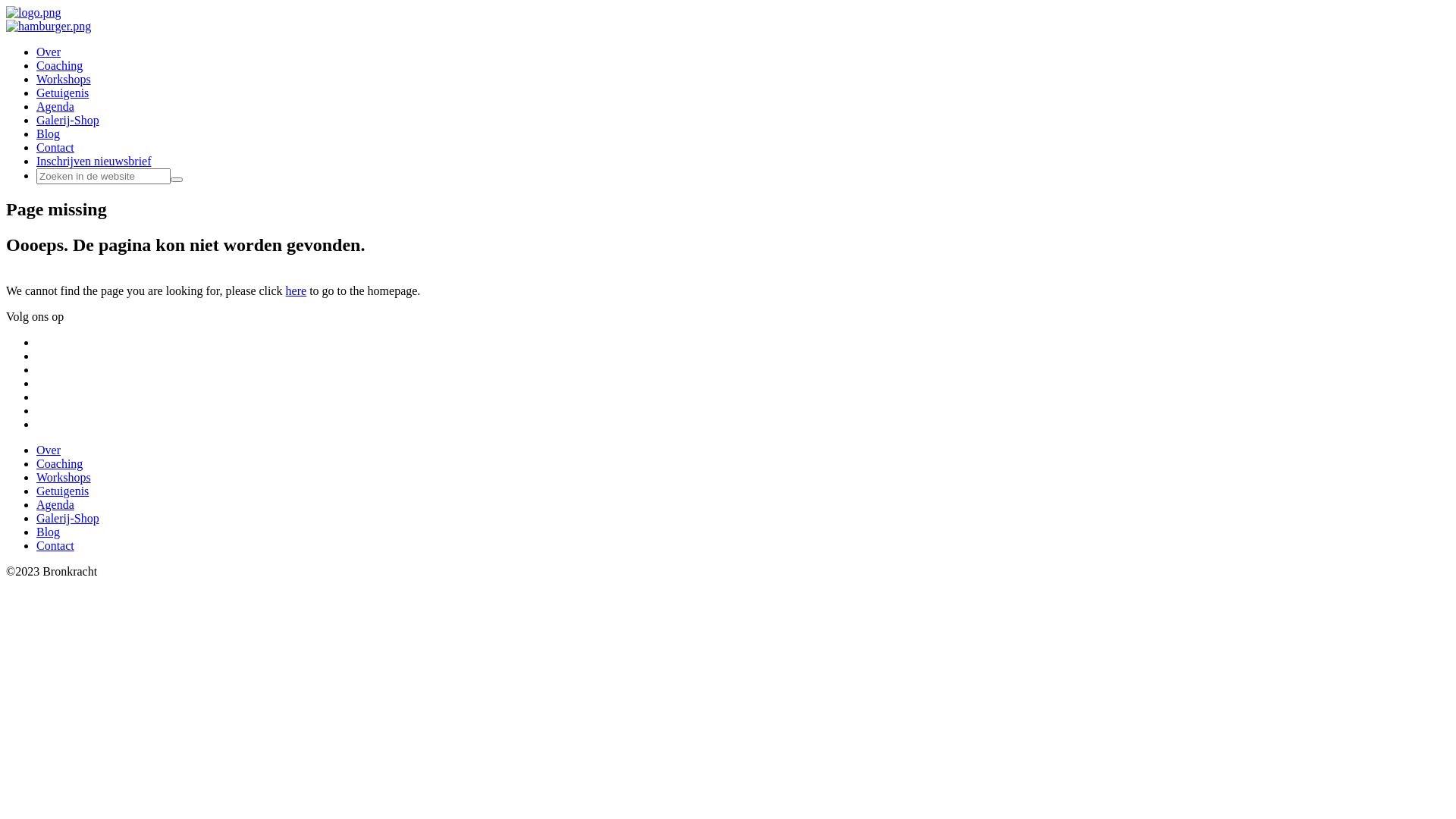 The image size is (1456, 819). Describe the element at coordinates (61, 93) in the screenshot. I see `'Getuigenis'` at that location.